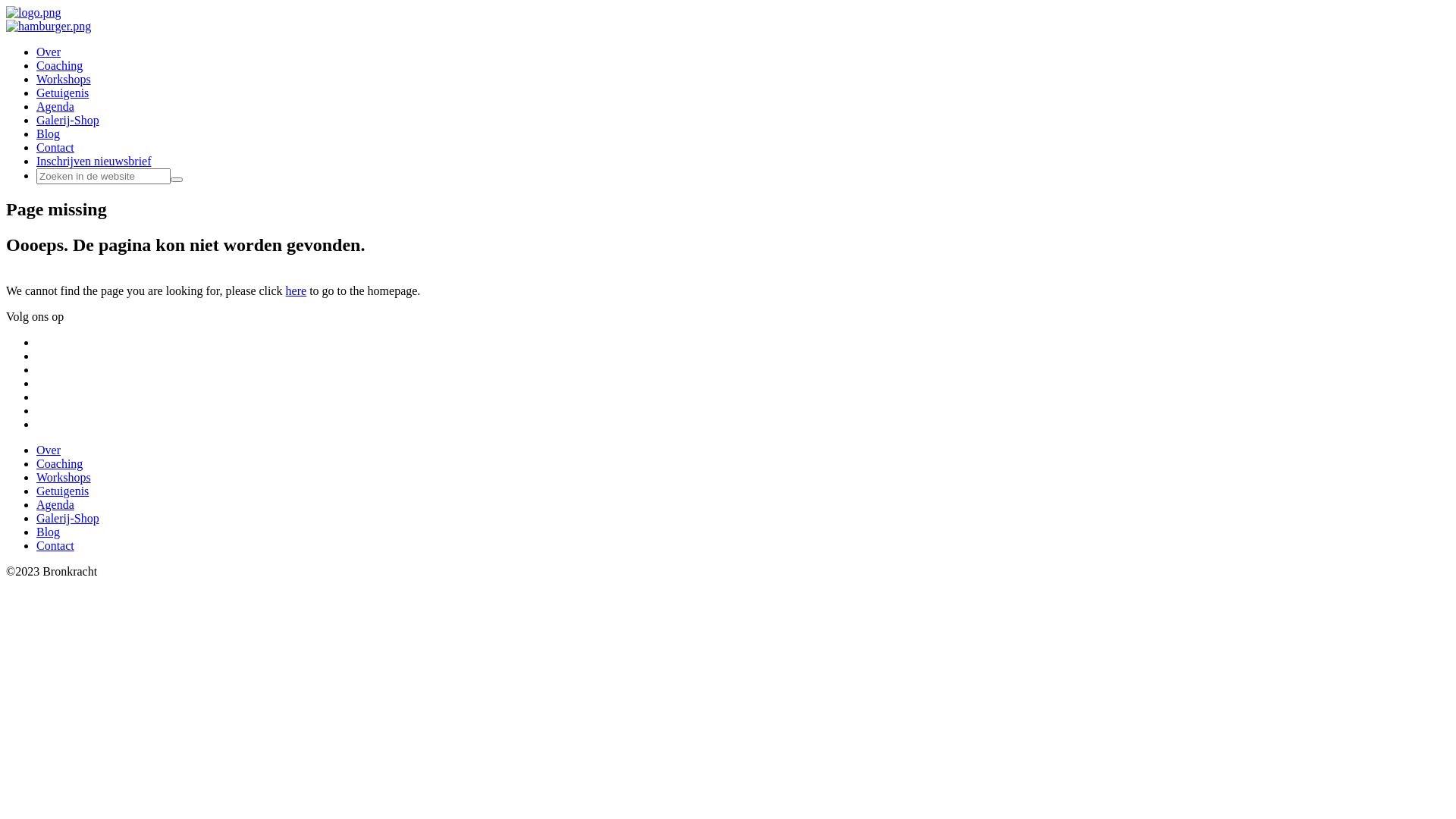 The image size is (1456, 819). Describe the element at coordinates (61, 93) in the screenshot. I see `'Getuigenis'` at that location.